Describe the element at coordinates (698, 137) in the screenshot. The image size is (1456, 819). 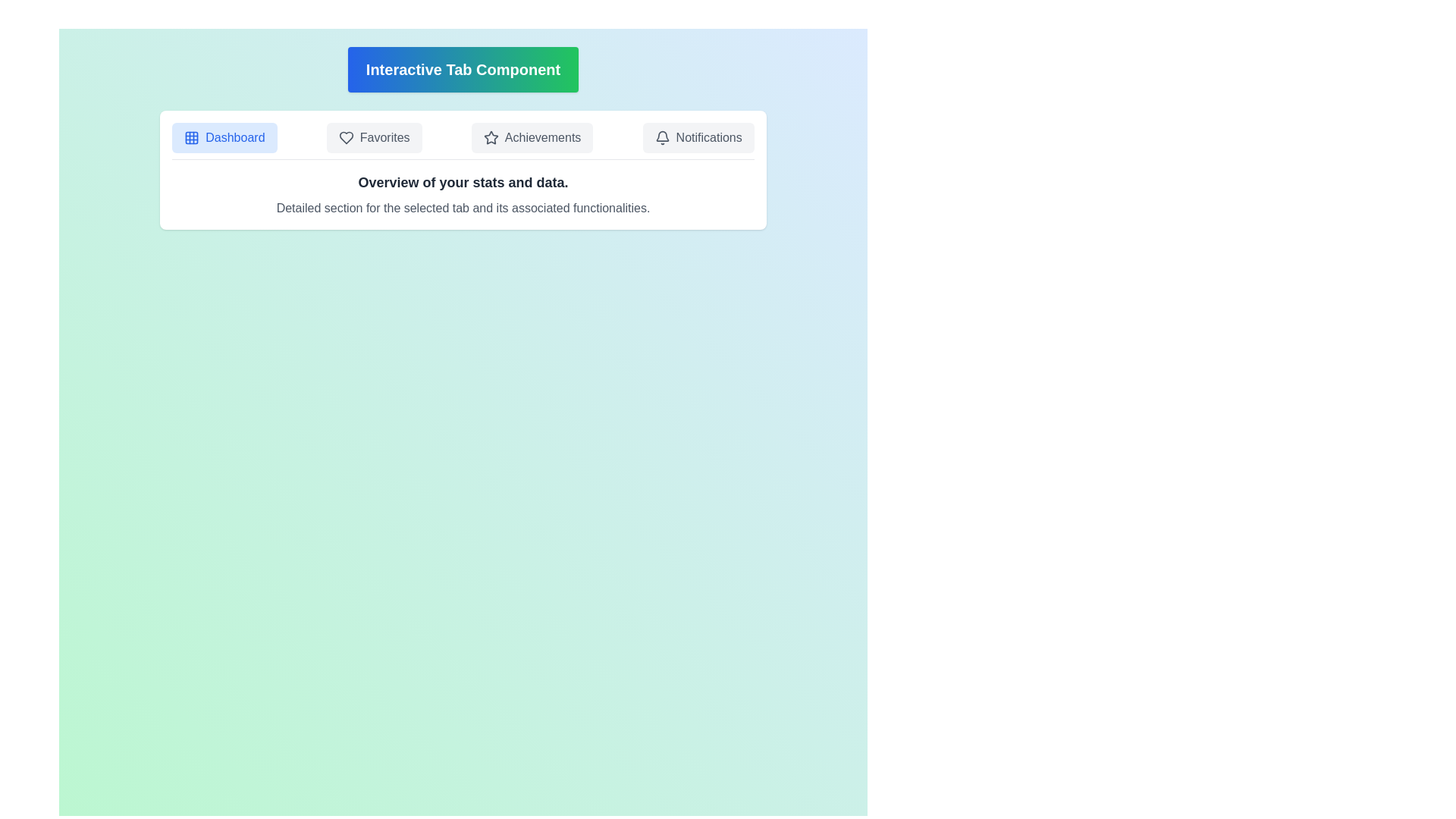
I see `the tab labeled Notifications to view its associated content` at that location.